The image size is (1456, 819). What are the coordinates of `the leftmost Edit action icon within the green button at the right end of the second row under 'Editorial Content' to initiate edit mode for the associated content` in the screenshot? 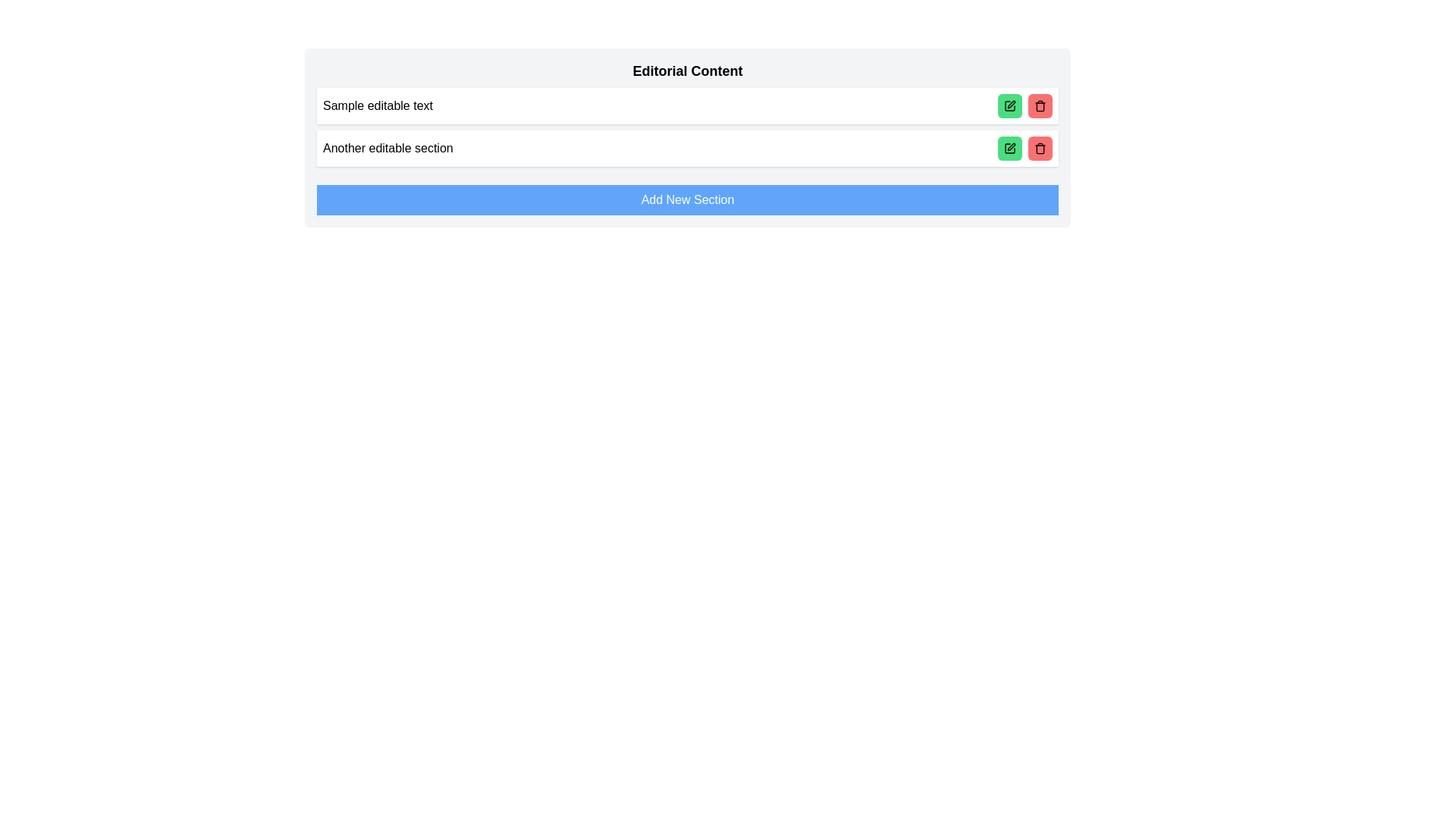 It's located at (1009, 105).